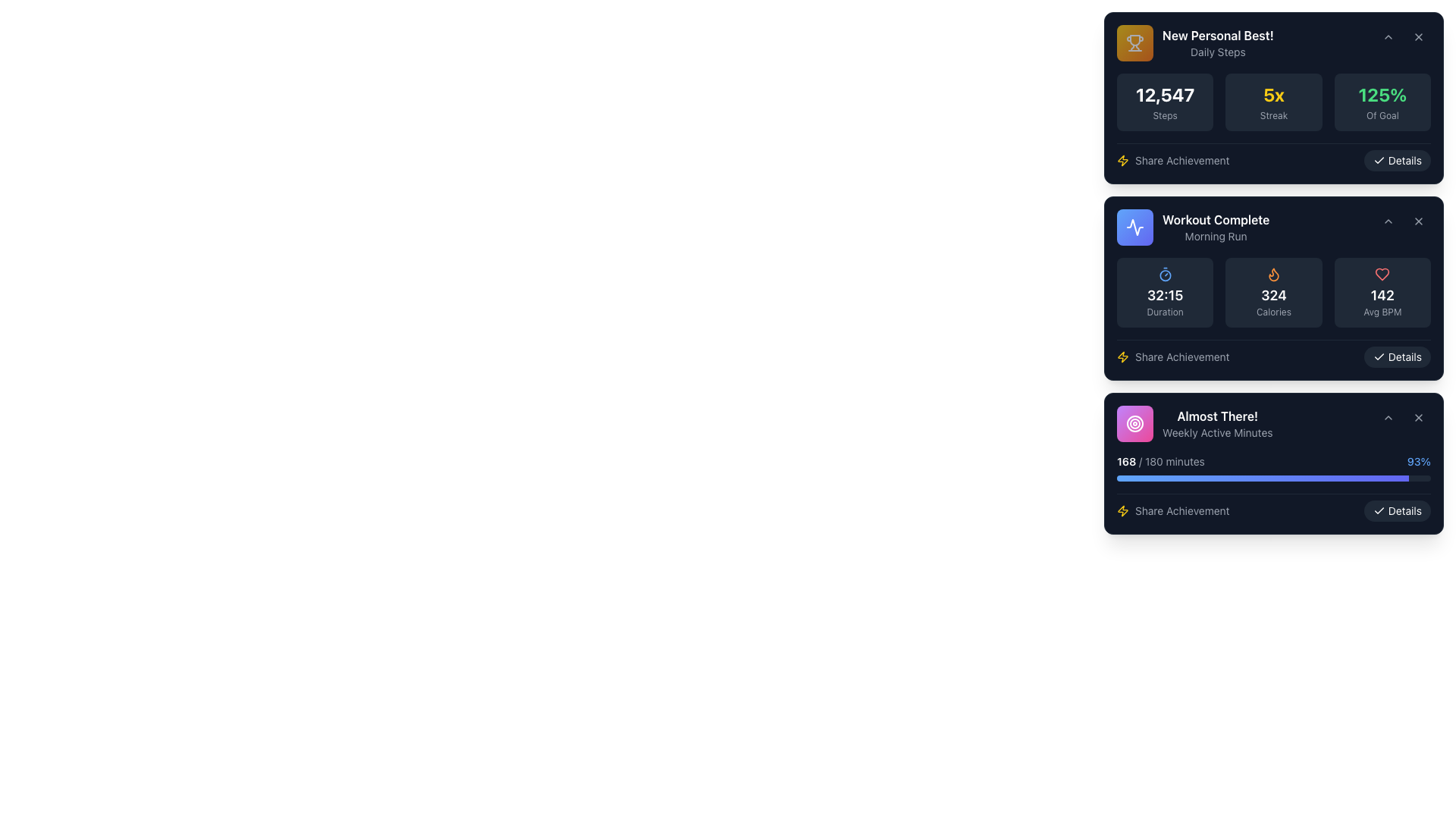 This screenshot has height=819, width=1456. What do you see at coordinates (1218, 34) in the screenshot?
I see `the Text Label that indicates an achievement or noteworthy information, located in the upper-left corner of its enclosing card, above the 'Daily Steps' label` at bounding box center [1218, 34].